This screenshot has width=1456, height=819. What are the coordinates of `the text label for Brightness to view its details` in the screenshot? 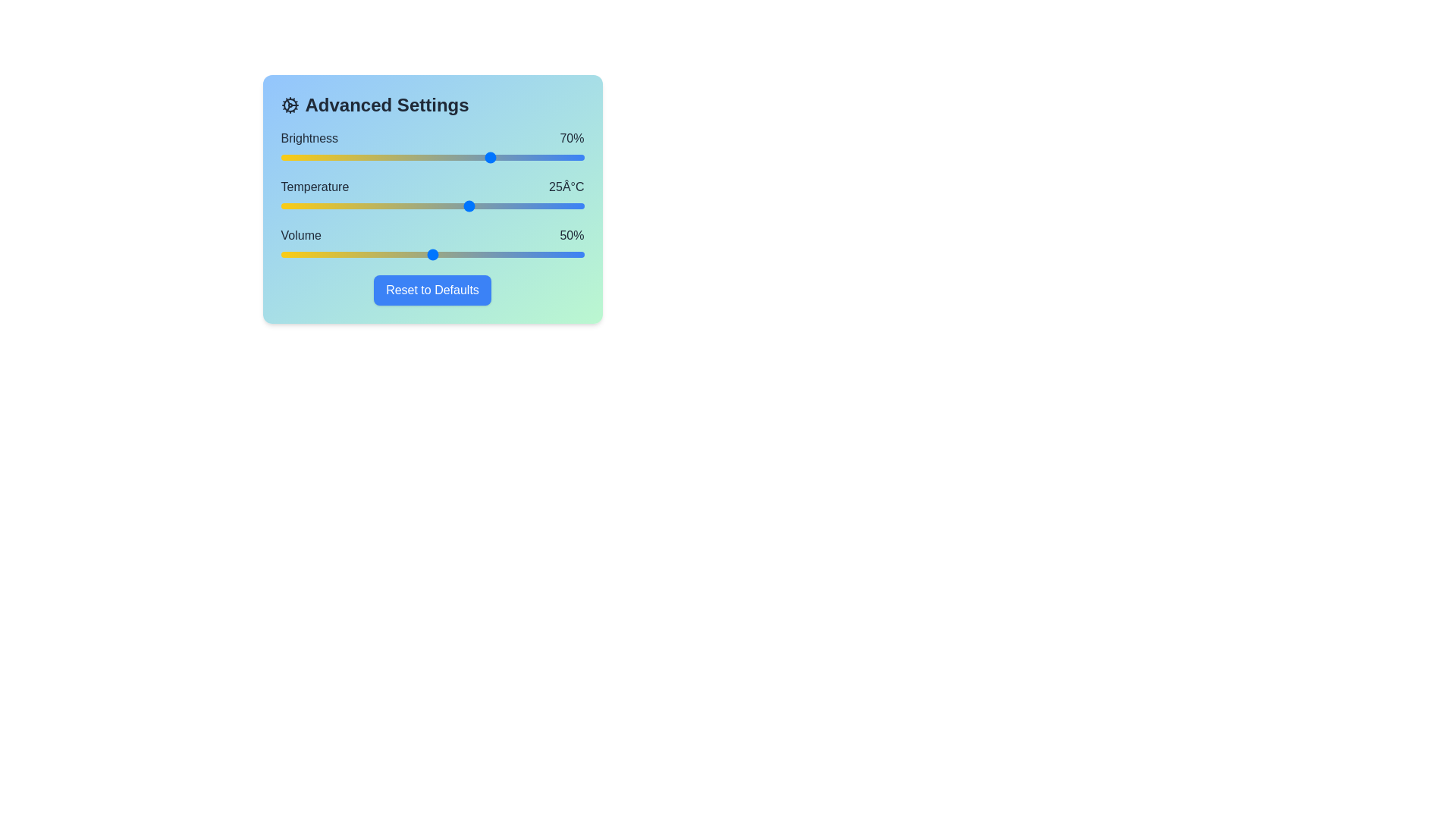 It's located at (309, 138).